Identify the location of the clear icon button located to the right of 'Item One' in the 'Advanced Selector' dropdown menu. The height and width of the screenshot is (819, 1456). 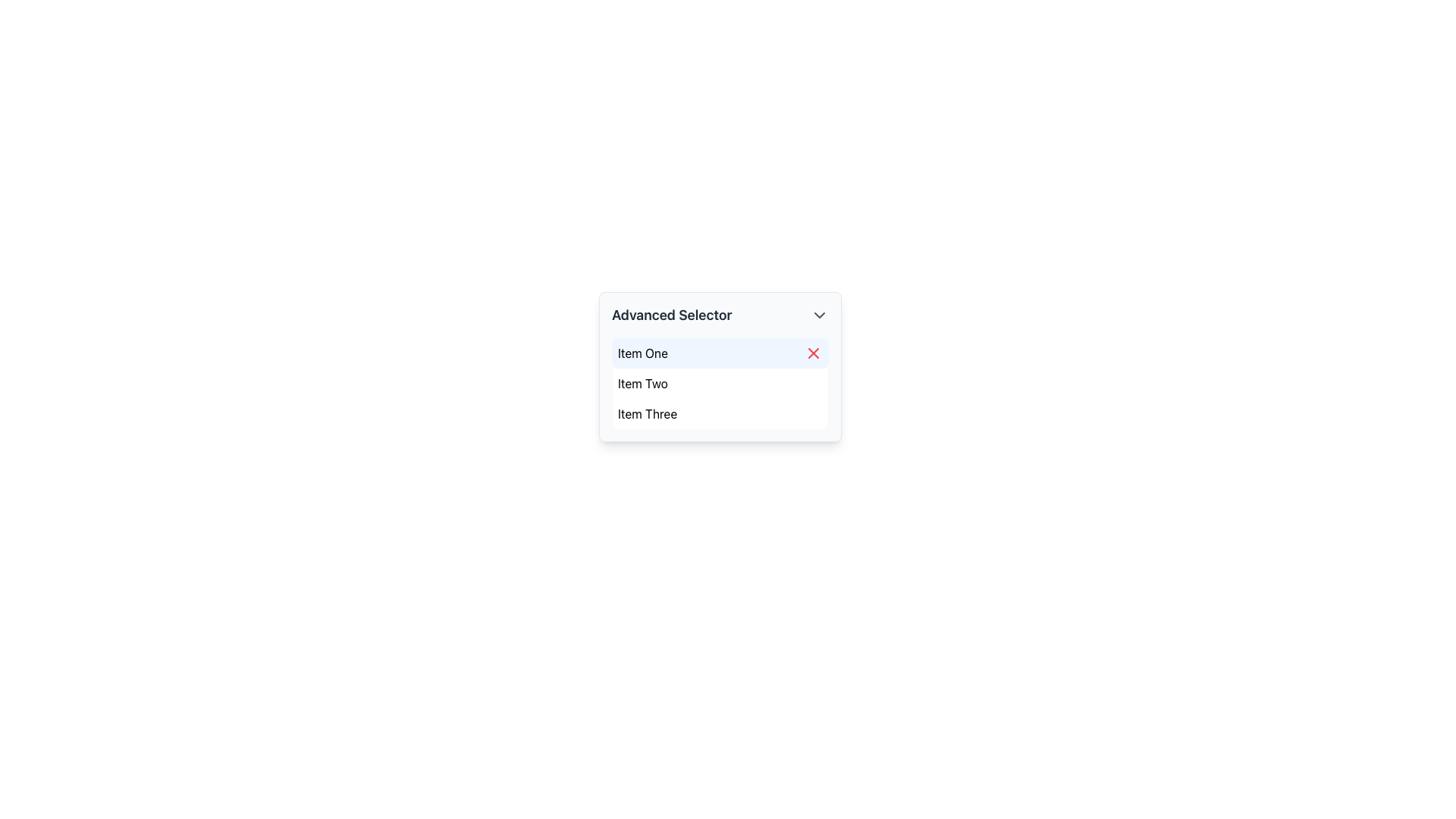
(813, 353).